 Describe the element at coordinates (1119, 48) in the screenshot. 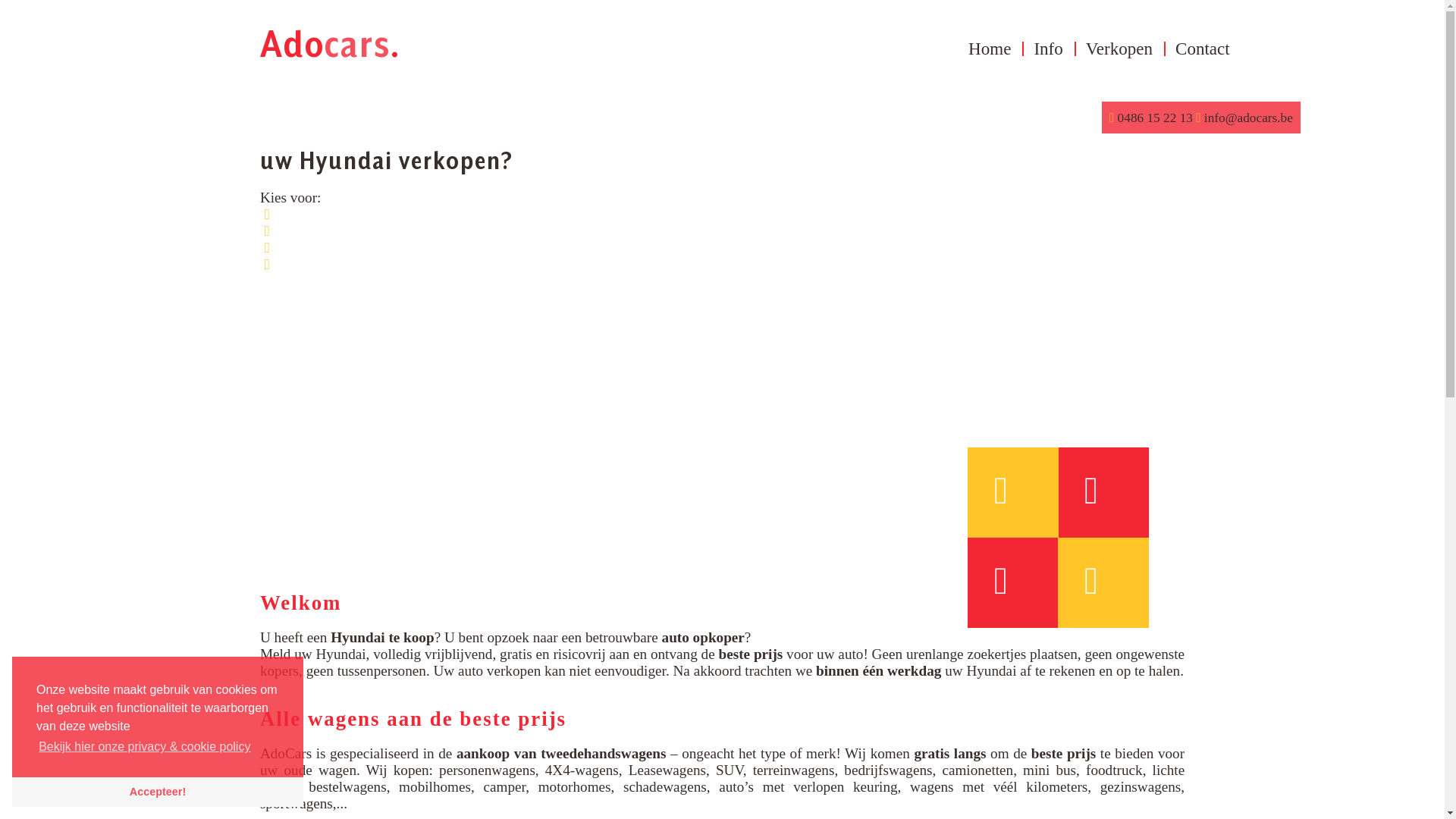

I see `'Verkopen'` at that location.